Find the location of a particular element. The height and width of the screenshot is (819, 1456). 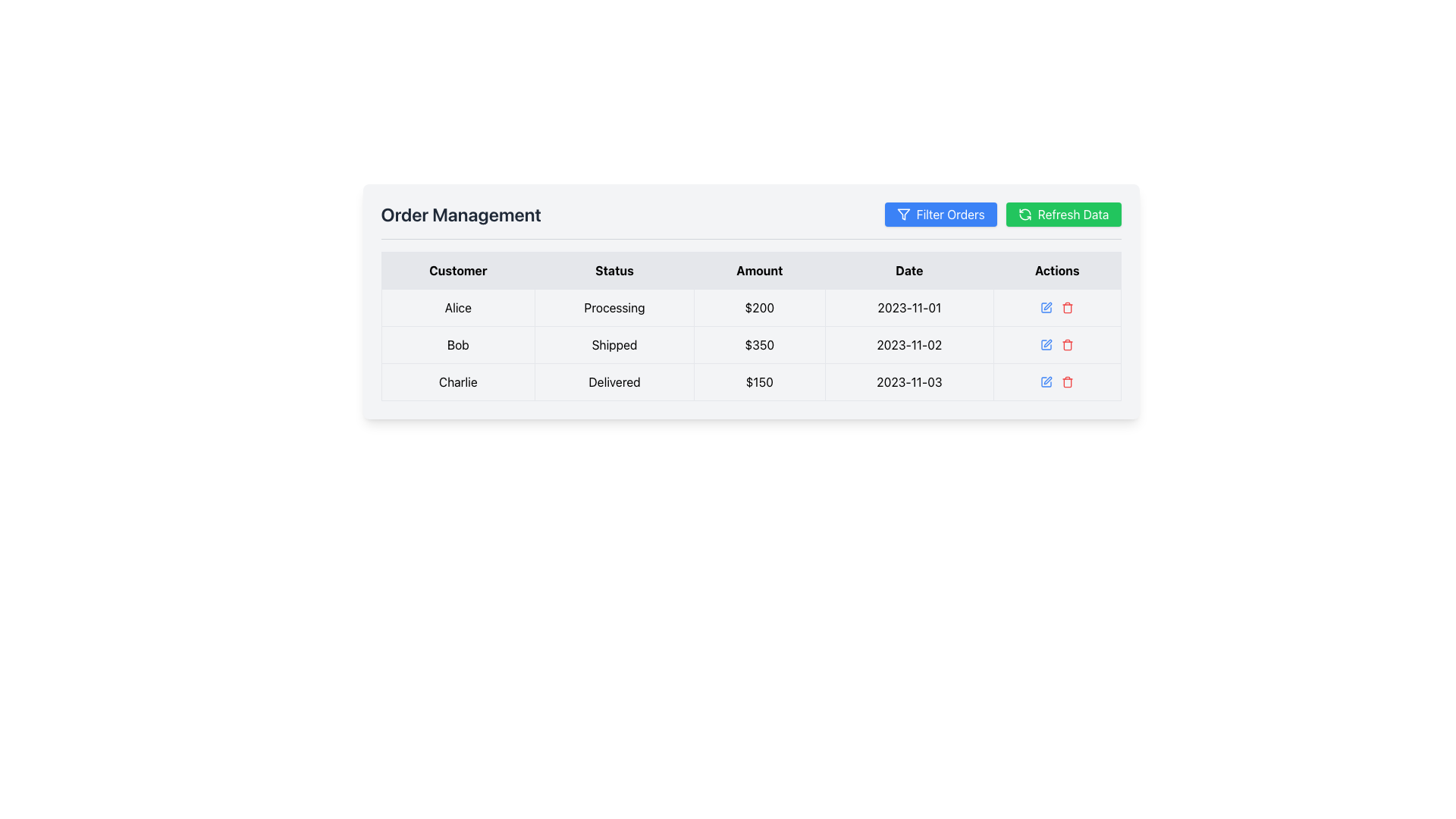

the blue rectangular button labeled 'Filter Orders' with a white funnel icon to apply a filter is located at coordinates (940, 214).